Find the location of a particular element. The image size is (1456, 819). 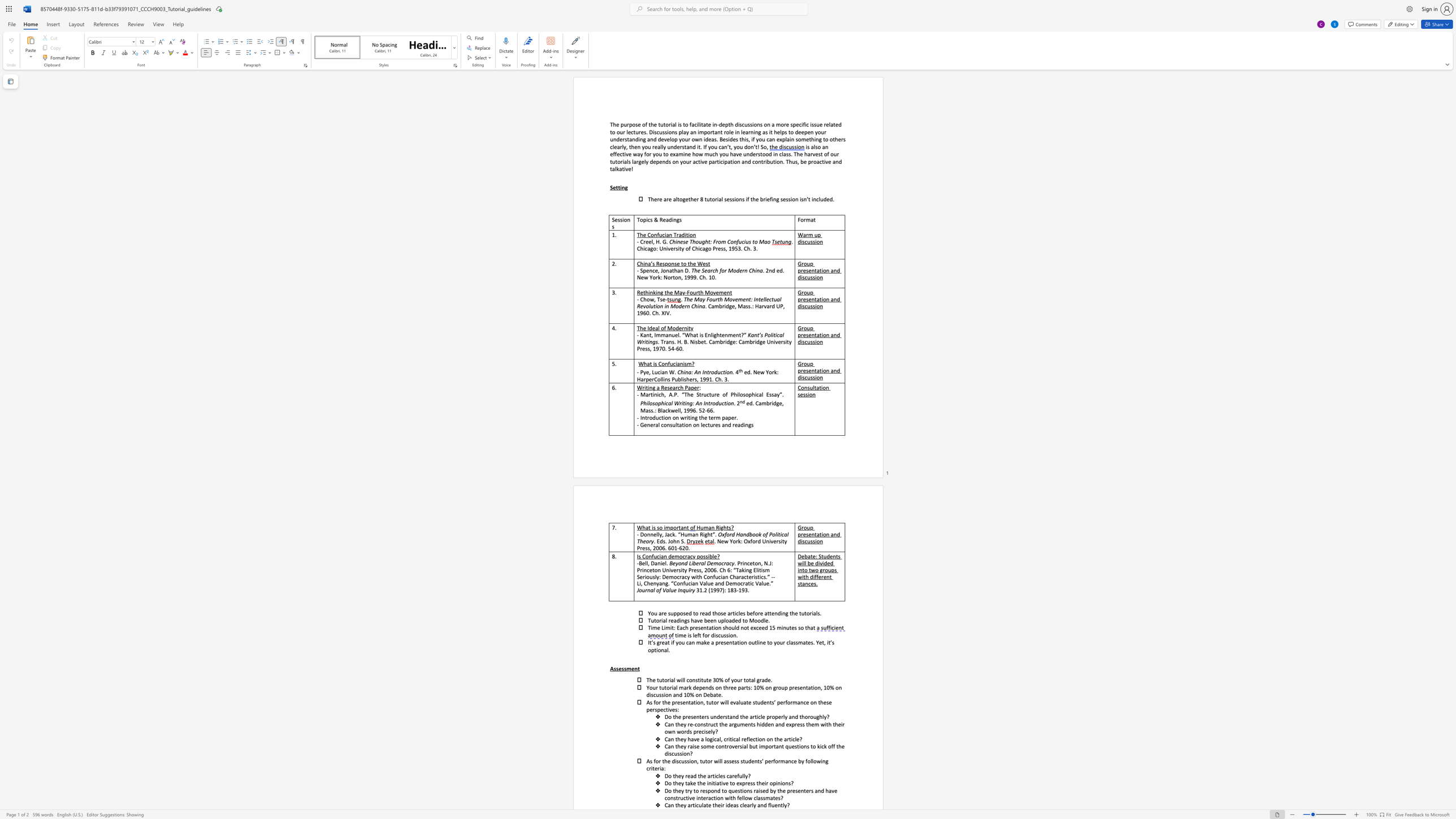

the subset text "ss" within the text "Group presentation and discussion" is located at coordinates (811, 341).